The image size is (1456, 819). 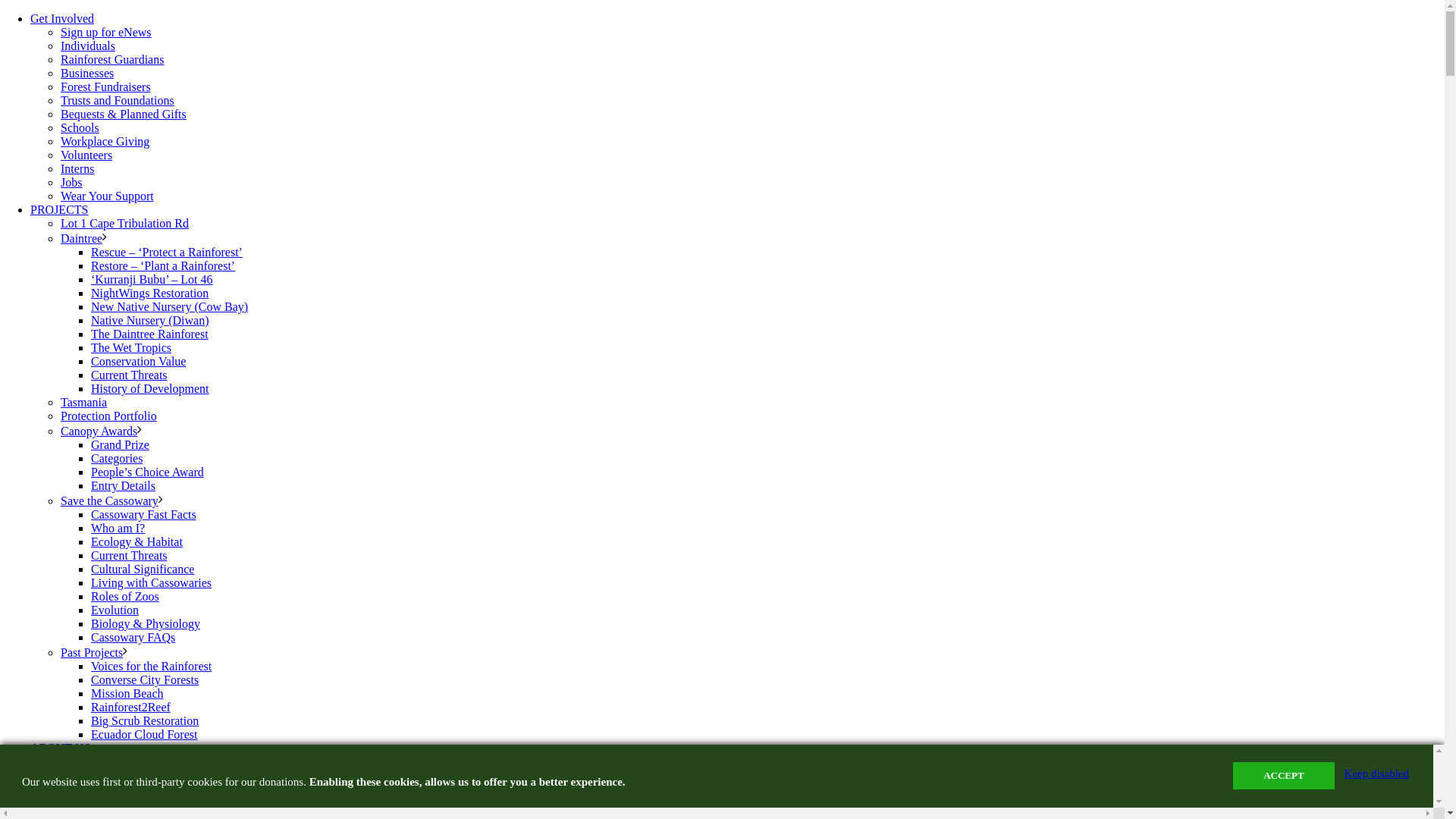 What do you see at coordinates (105, 785) in the screenshot?
I see `'Board of Directors'` at bounding box center [105, 785].